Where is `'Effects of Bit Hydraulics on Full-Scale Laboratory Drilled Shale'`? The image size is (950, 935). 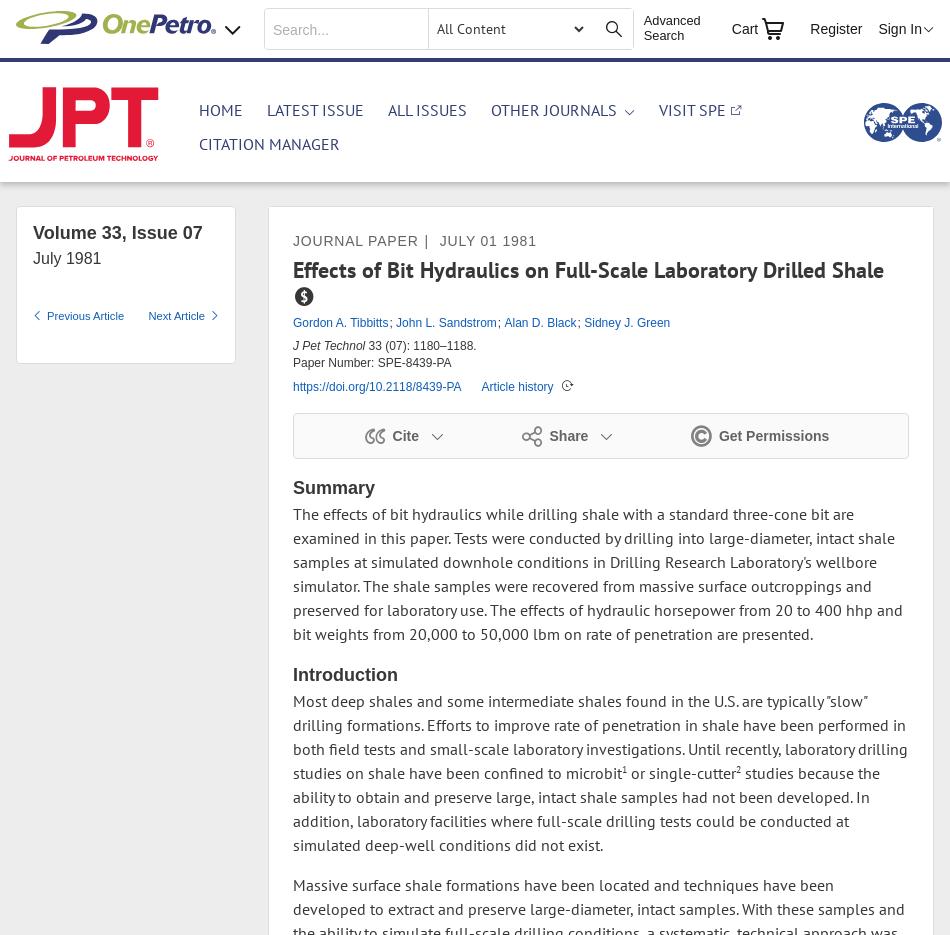 'Effects of Bit Hydraulics on Full-Scale Laboratory Drilled Shale' is located at coordinates (588, 268).